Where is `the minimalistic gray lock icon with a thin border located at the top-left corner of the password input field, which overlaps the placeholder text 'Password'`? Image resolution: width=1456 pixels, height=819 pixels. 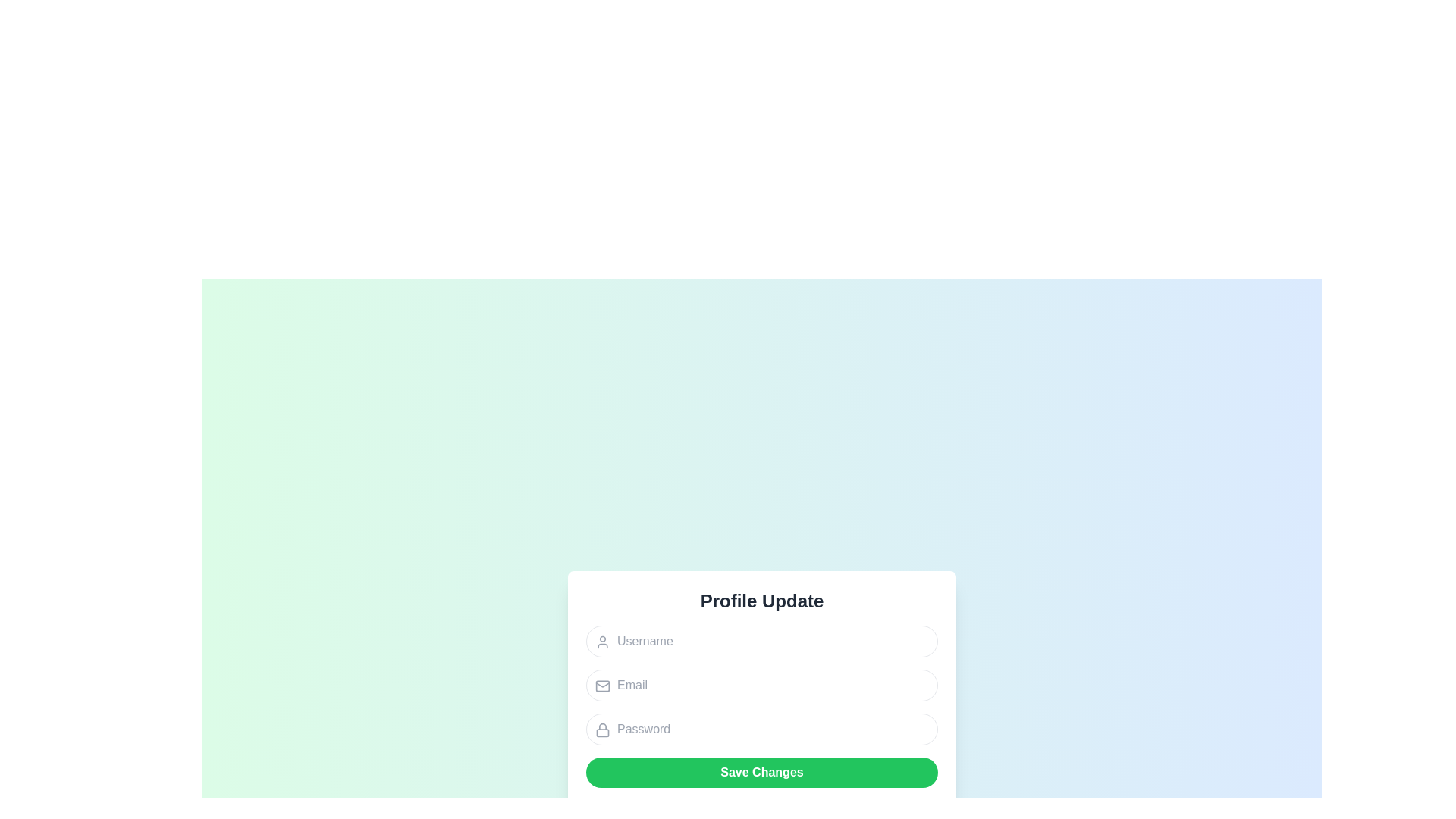
the minimalistic gray lock icon with a thin border located at the top-left corner of the password input field, which overlaps the placeholder text 'Password' is located at coordinates (602, 730).